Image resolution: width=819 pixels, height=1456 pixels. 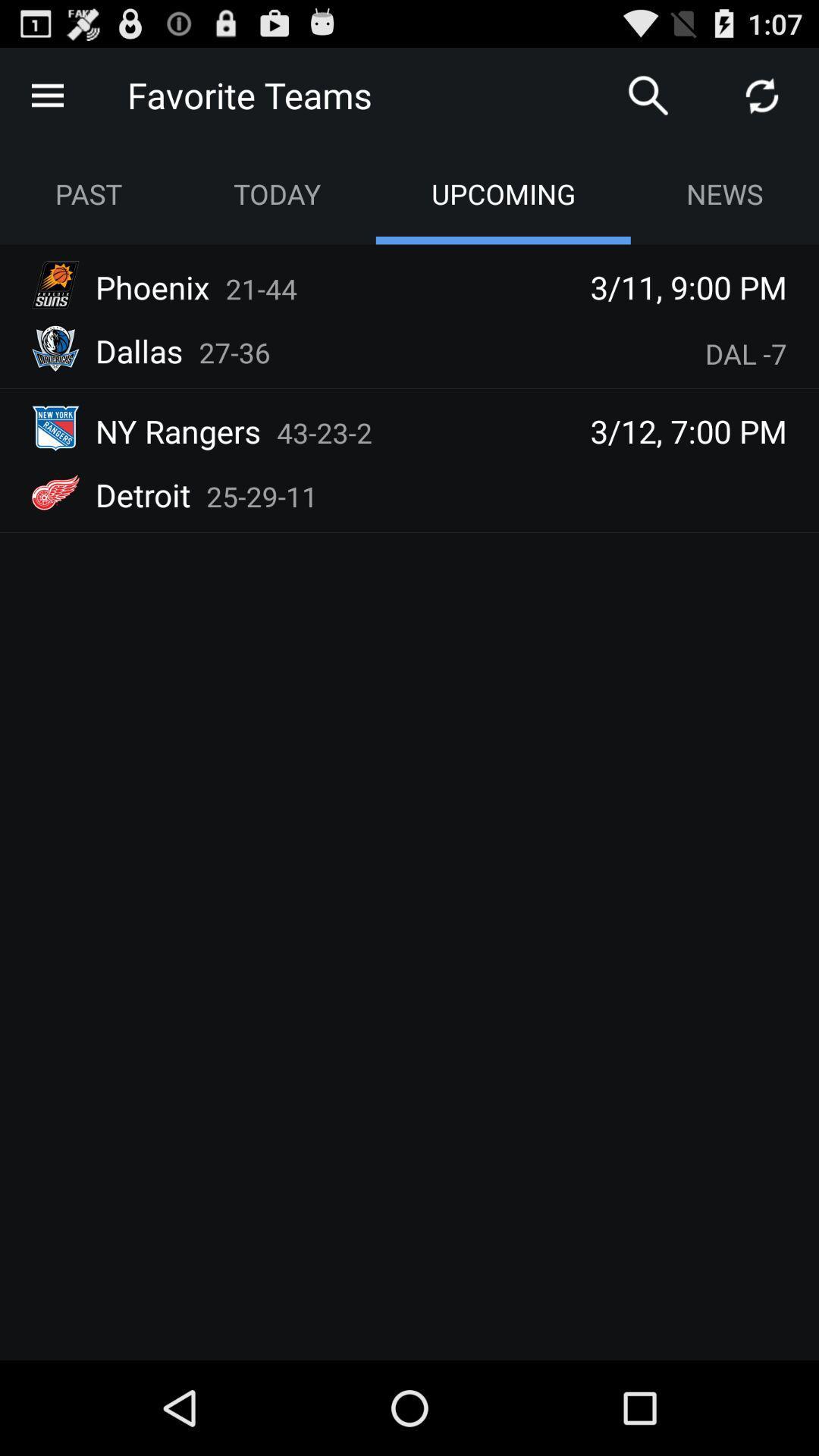 What do you see at coordinates (762, 101) in the screenshot?
I see `the refresh icon` at bounding box center [762, 101].